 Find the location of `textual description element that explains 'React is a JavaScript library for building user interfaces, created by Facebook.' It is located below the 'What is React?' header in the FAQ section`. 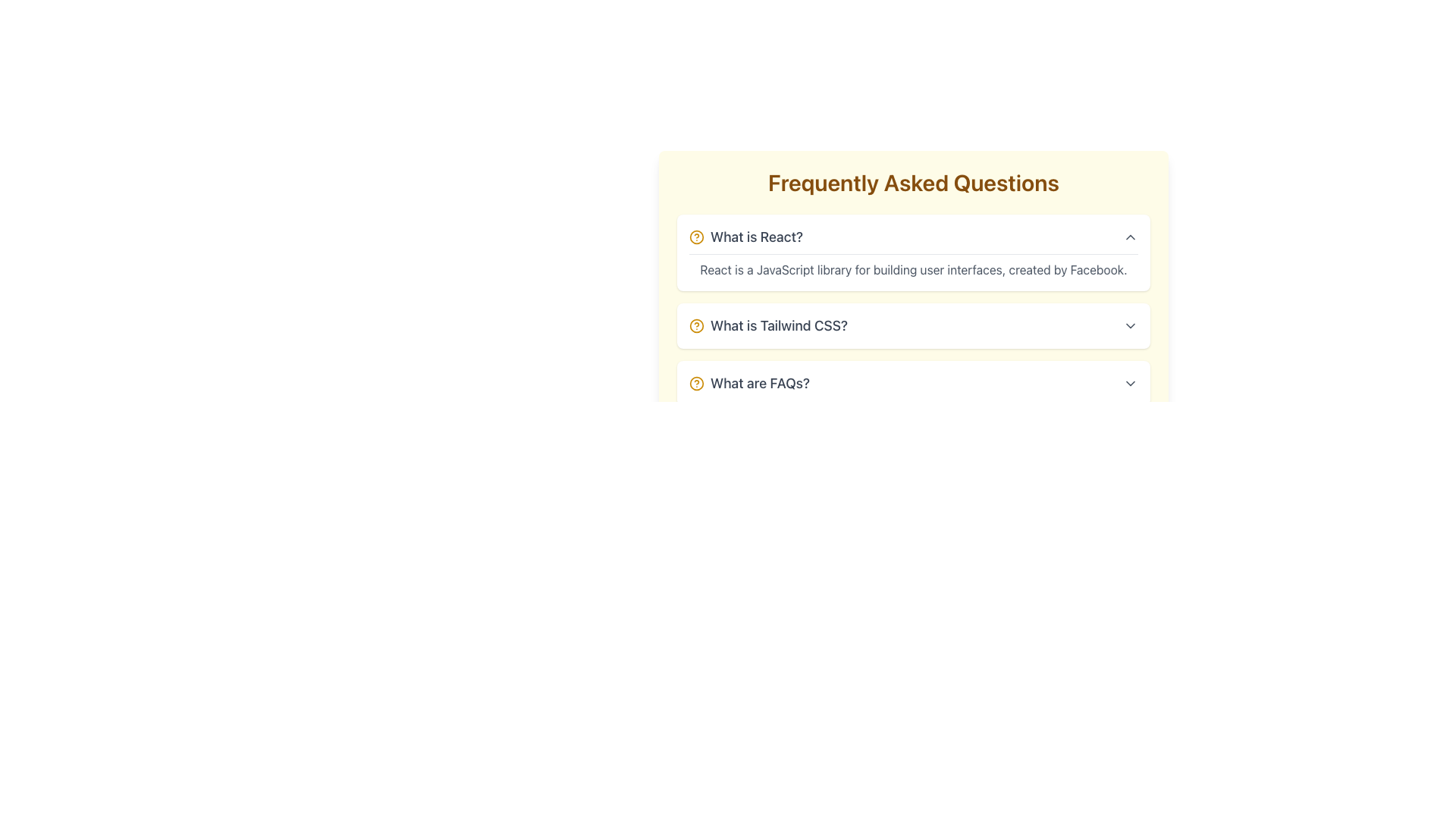

textual description element that explains 'React is a JavaScript library for building user interfaces, created by Facebook.' It is located below the 'What is React?' header in the FAQ section is located at coordinates (912, 268).